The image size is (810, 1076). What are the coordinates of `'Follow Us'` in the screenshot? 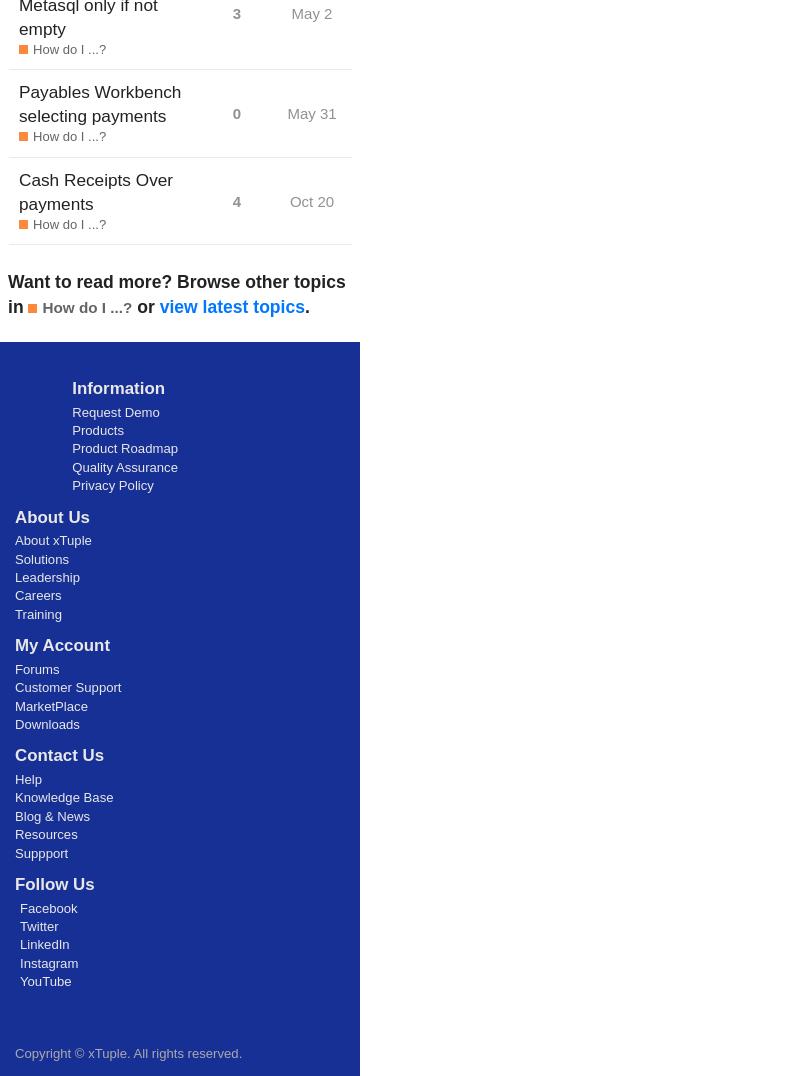 It's located at (54, 883).